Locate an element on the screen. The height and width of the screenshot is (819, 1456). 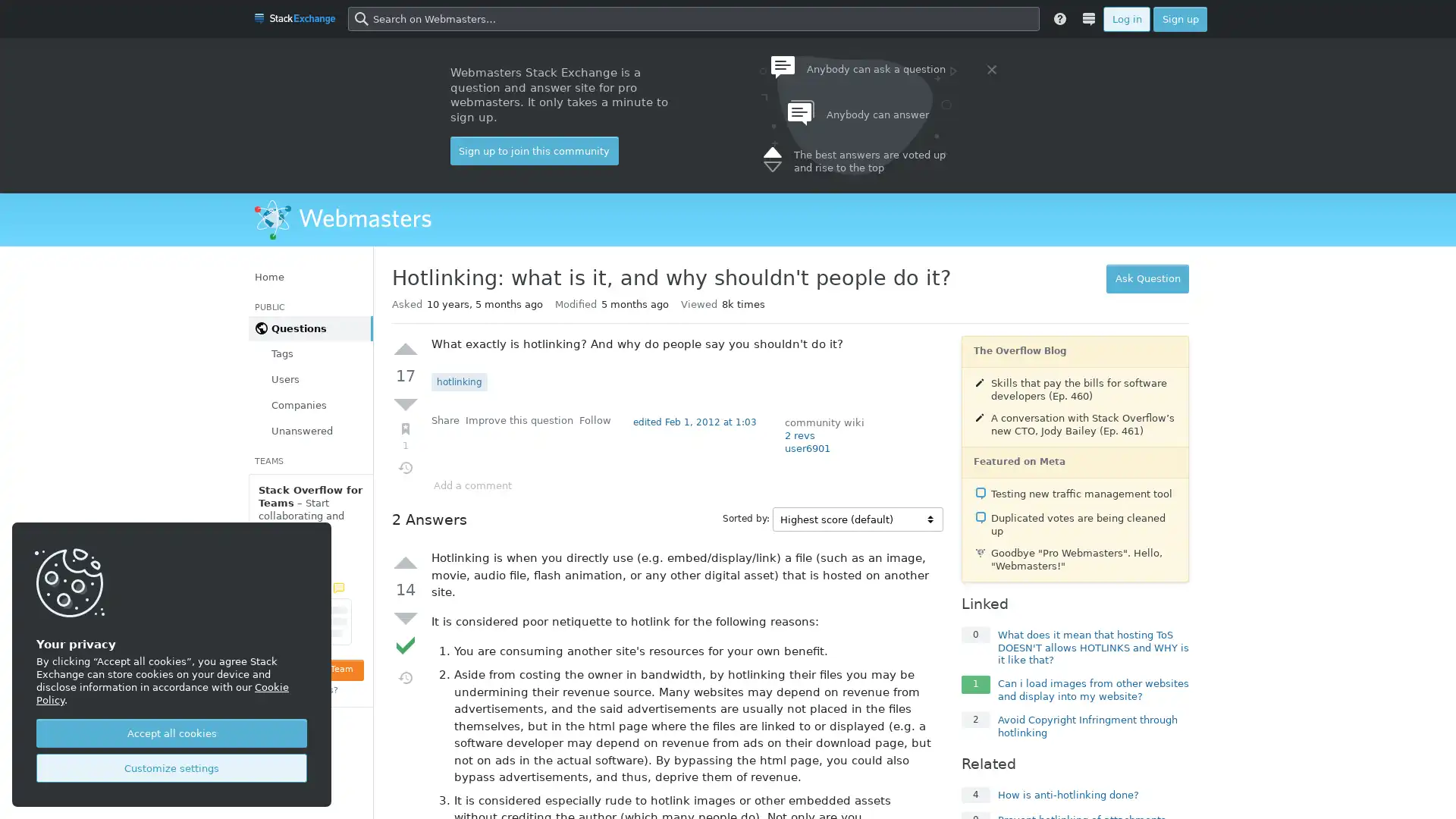
Add a comment is located at coordinates (472, 485).